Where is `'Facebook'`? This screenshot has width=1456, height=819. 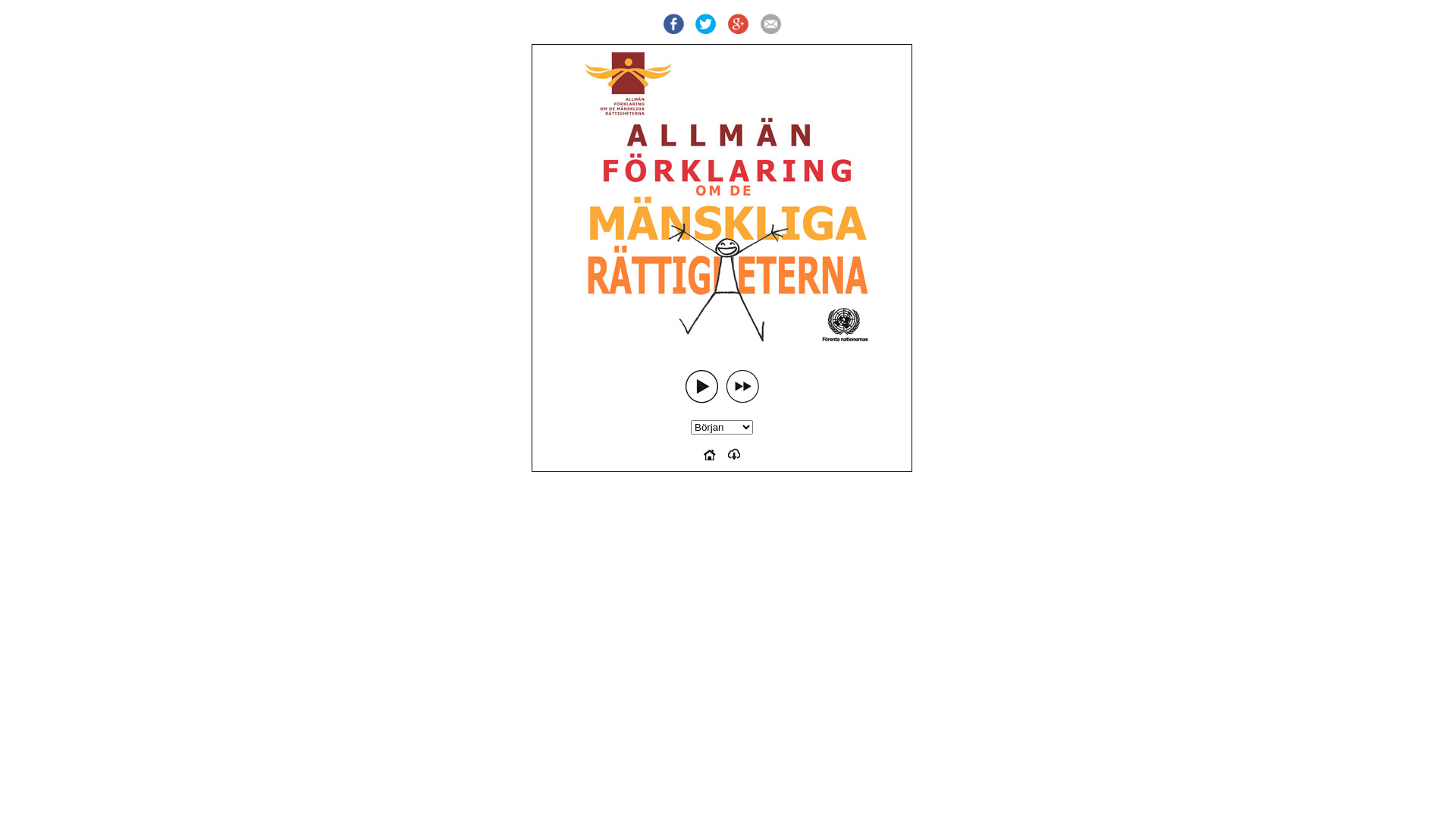 'Facebook' is located at coordinates (672, 24).